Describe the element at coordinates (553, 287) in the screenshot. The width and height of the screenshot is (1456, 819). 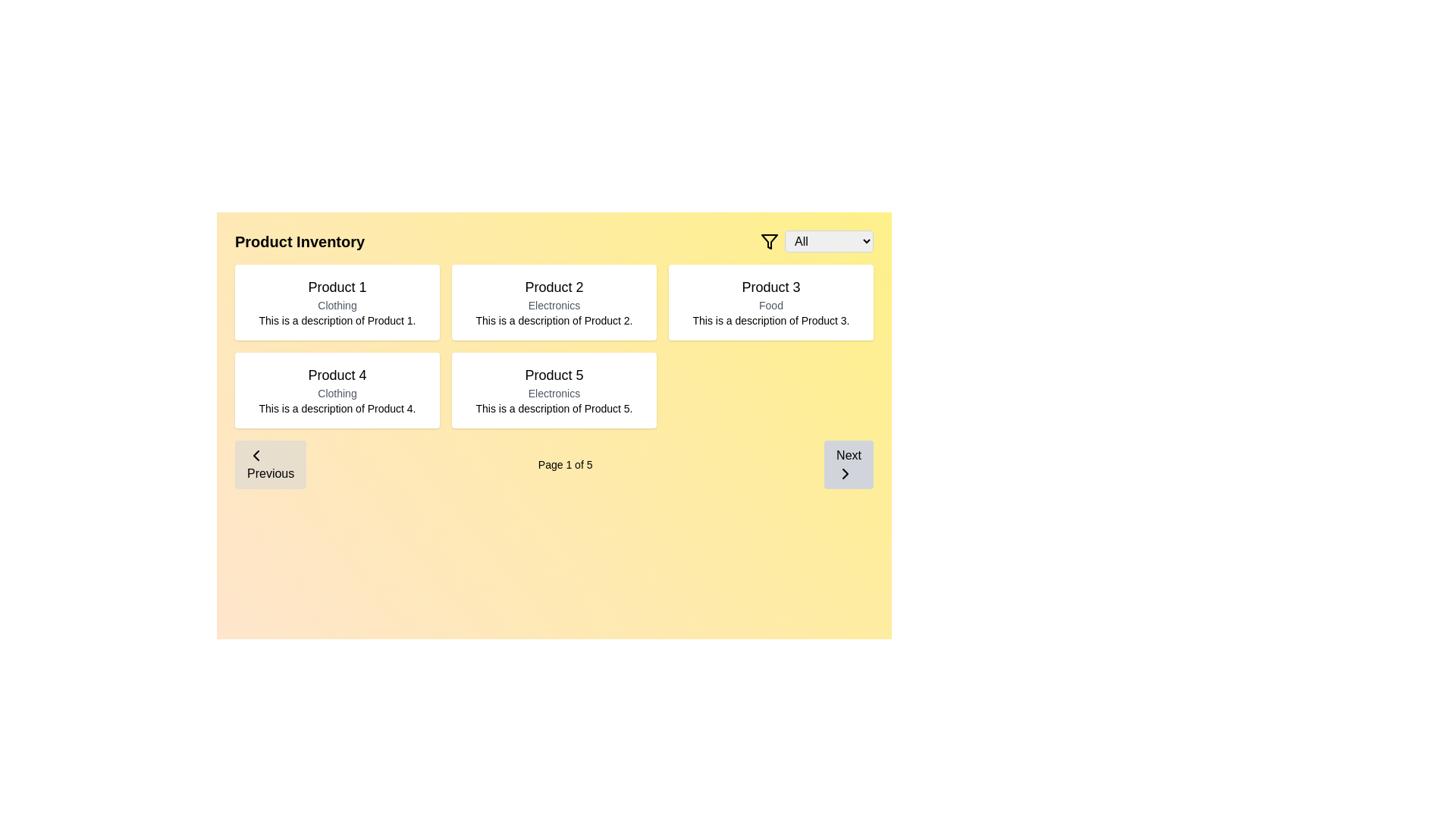
I see `the 'Product 2' heading element, which is styled in bold and large font, located at the top of the product card in the grid layout` at that location.